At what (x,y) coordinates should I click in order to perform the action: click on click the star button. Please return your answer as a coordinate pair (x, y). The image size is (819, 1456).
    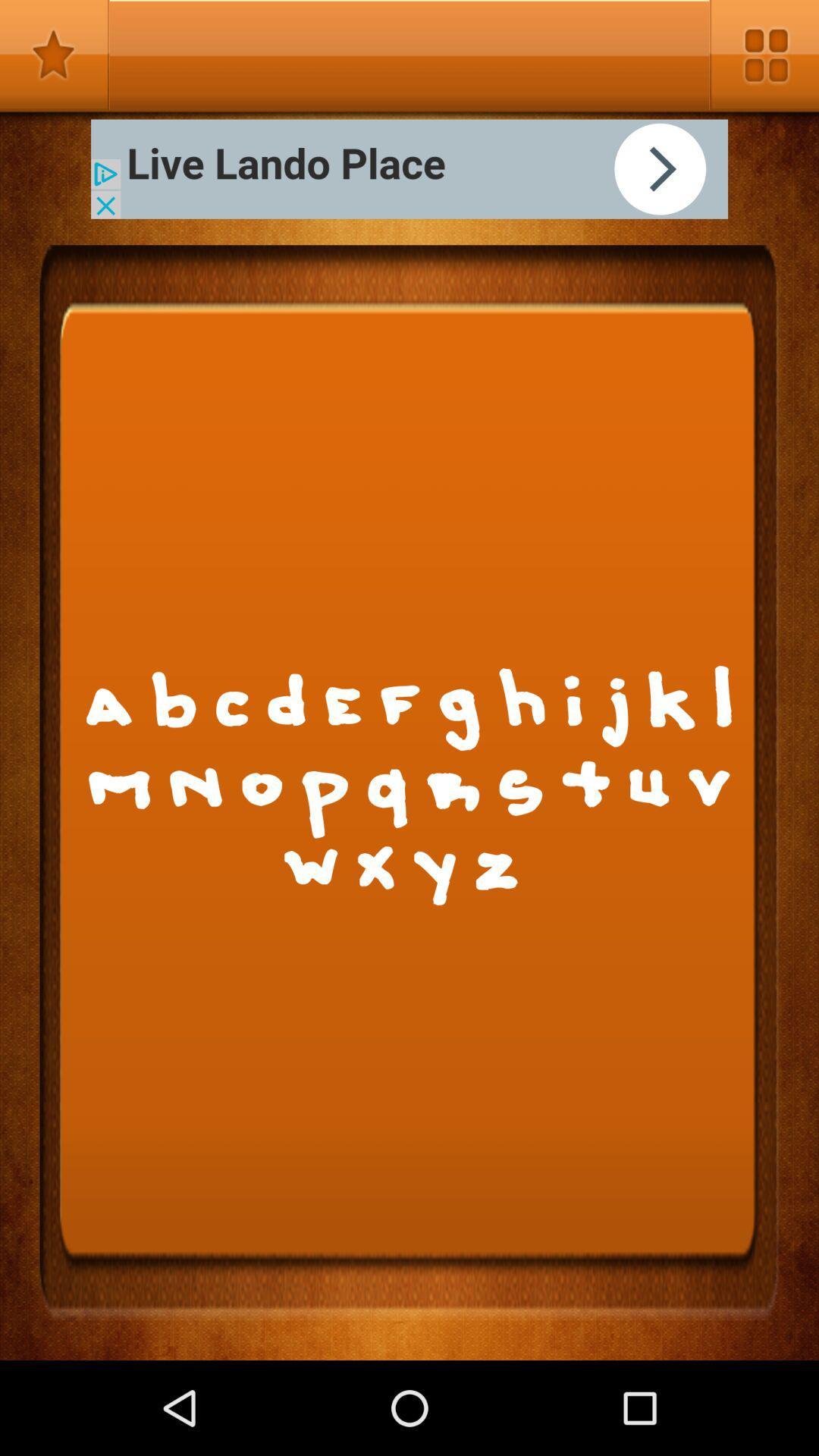
    Looking at the image, I should click on (54, 55).